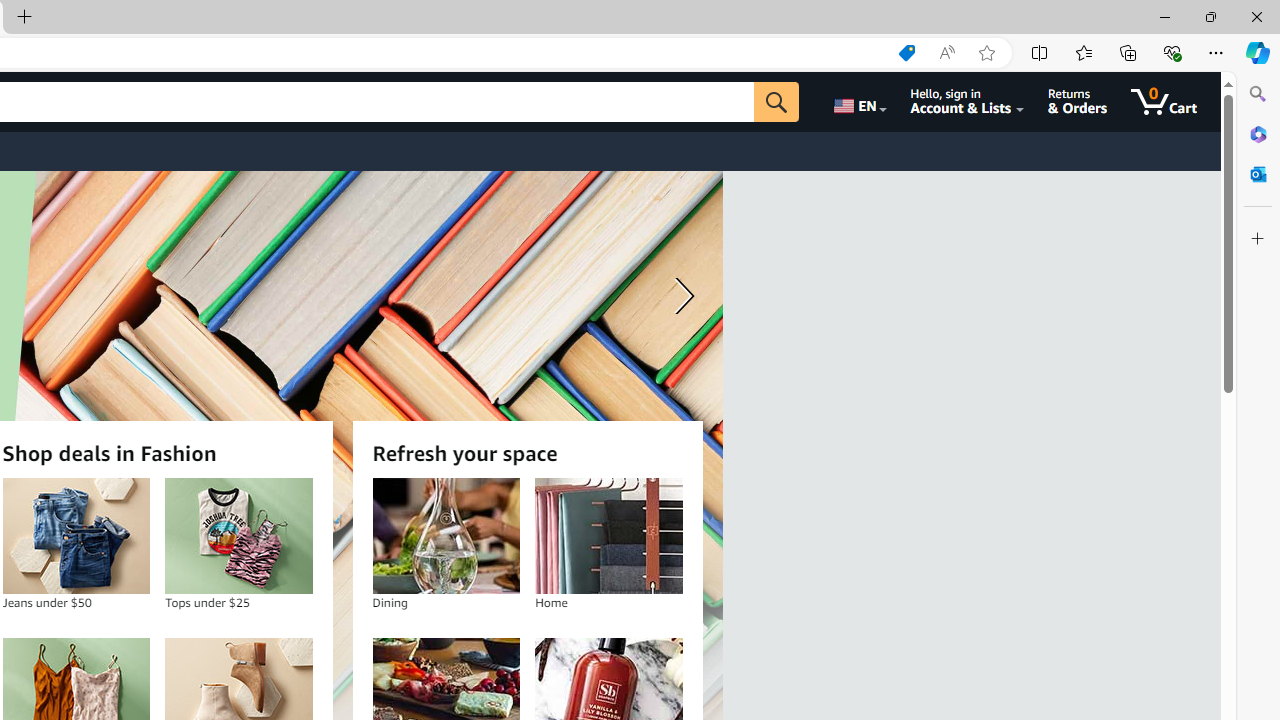 This screenshot has height=720, width=1280. Describe the element at coordinates (238, 535) in the screenshot. I see `'Tops under $25'` at that location.